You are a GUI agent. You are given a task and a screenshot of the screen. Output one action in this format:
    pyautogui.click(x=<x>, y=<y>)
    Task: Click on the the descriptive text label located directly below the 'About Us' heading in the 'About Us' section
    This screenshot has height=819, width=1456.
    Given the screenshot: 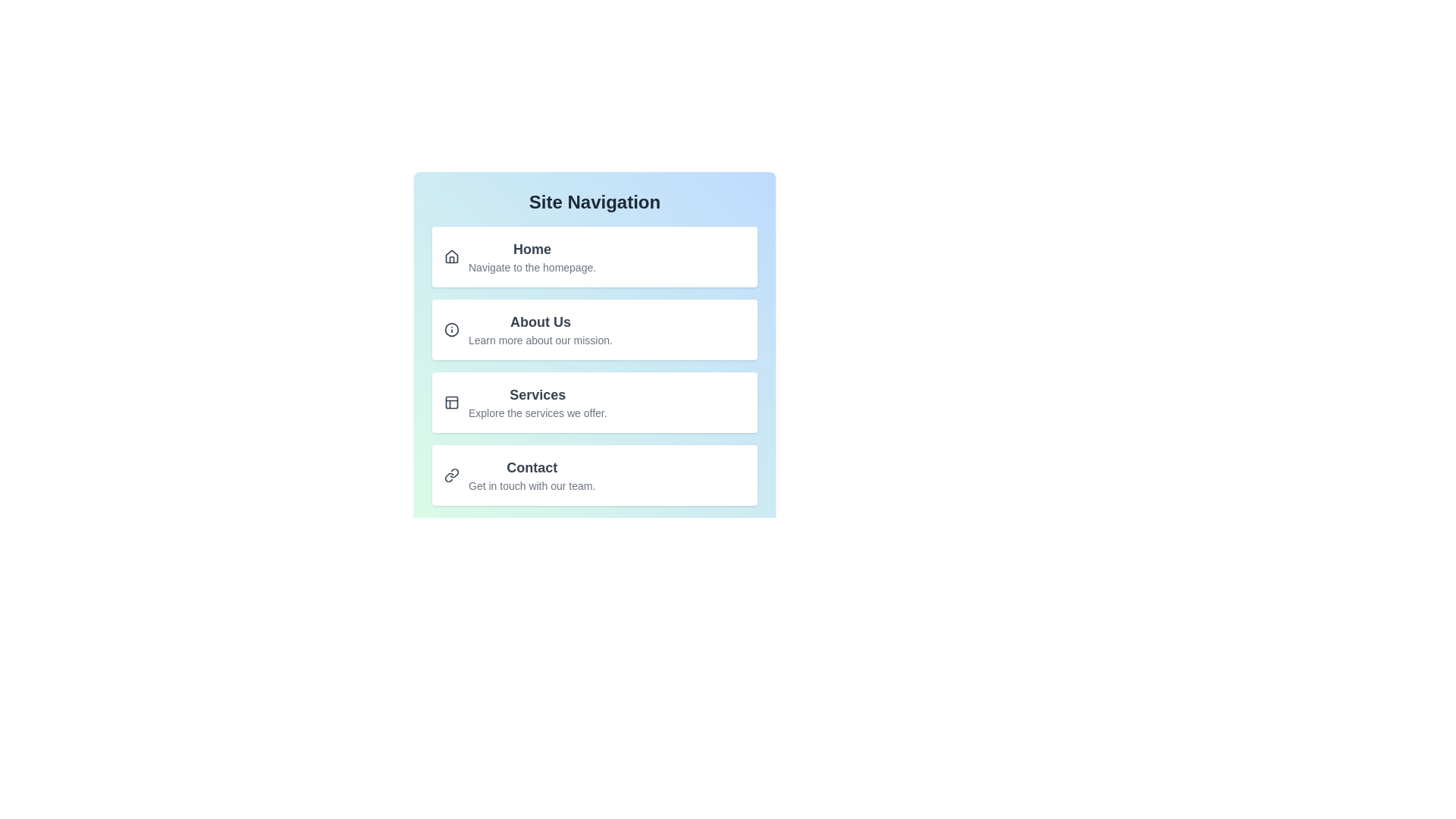 What is the action you would take?
    pyautogui.click(x=540, y=339)
    